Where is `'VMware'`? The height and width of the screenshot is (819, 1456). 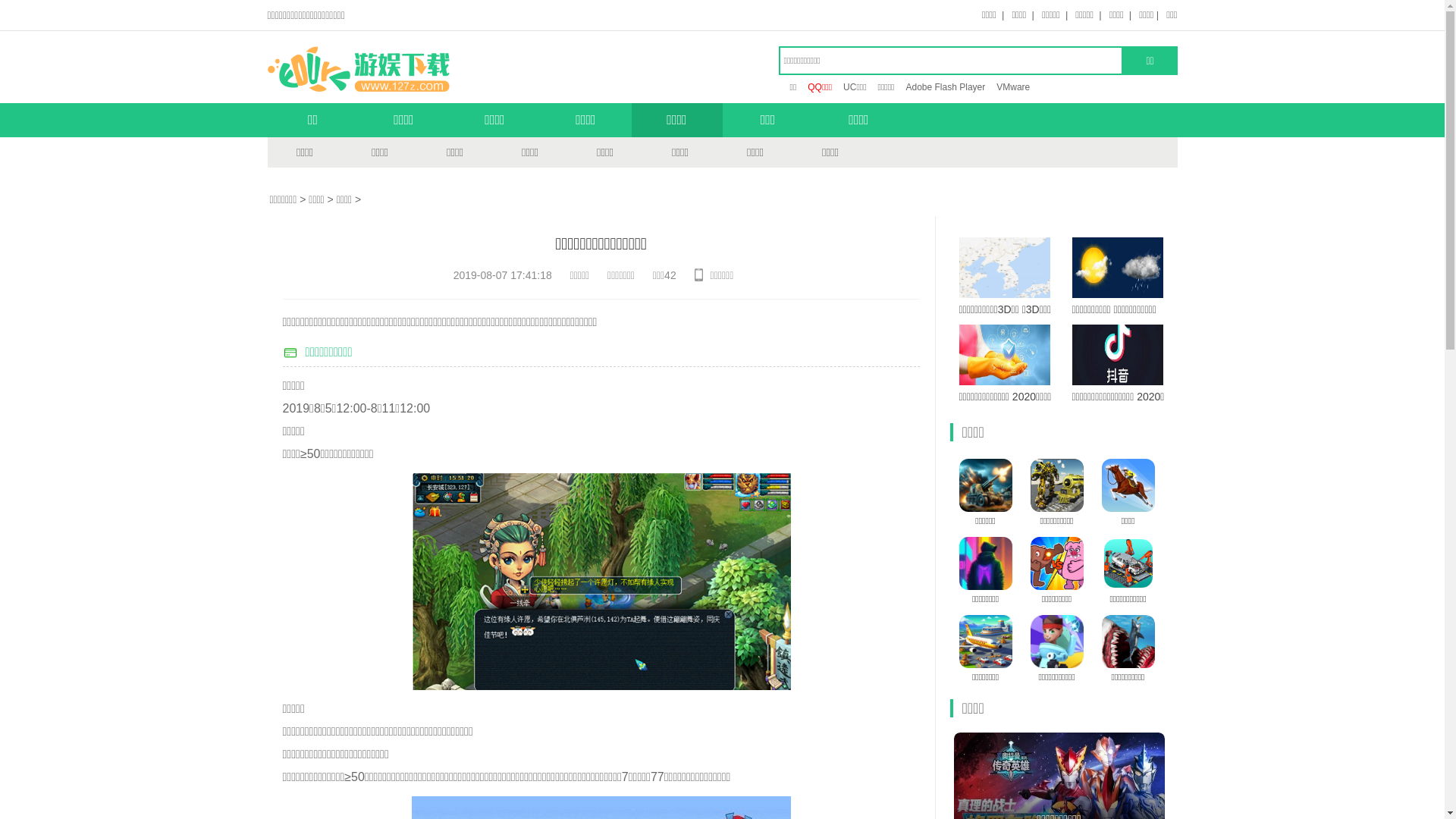
'VMware' is located at coordinates (1012, 87).